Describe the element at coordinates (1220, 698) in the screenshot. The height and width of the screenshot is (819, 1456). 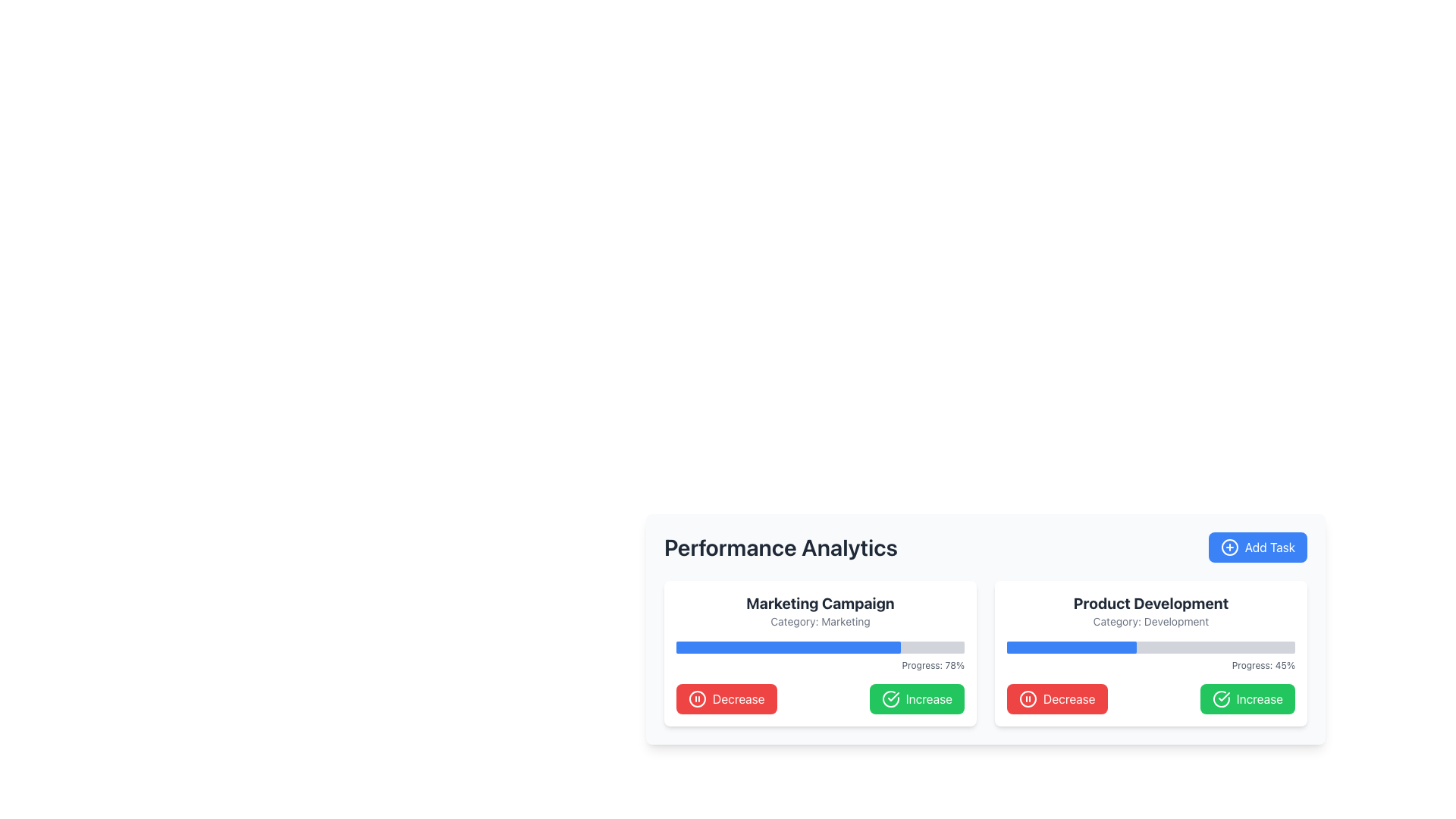
I see `the green 'Increase' button containing the checkmark icon to perform an action` at that location.